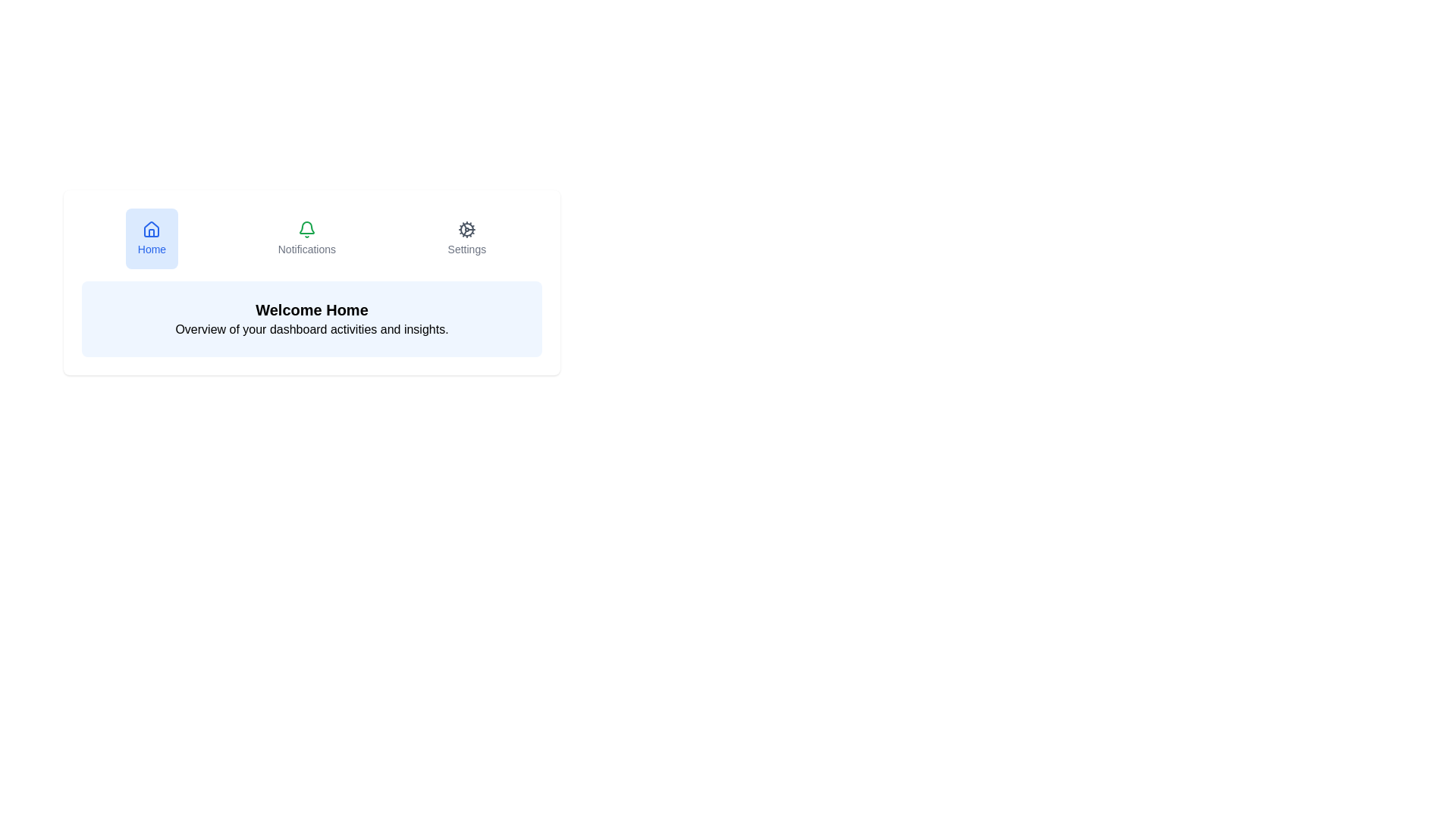 This screenshot has width=1456, height=819. What do you see at coordinates (465, 239) in the screenshot?
I see `the tab with the title Settings to view its icon` at bounding box center [465, 239].